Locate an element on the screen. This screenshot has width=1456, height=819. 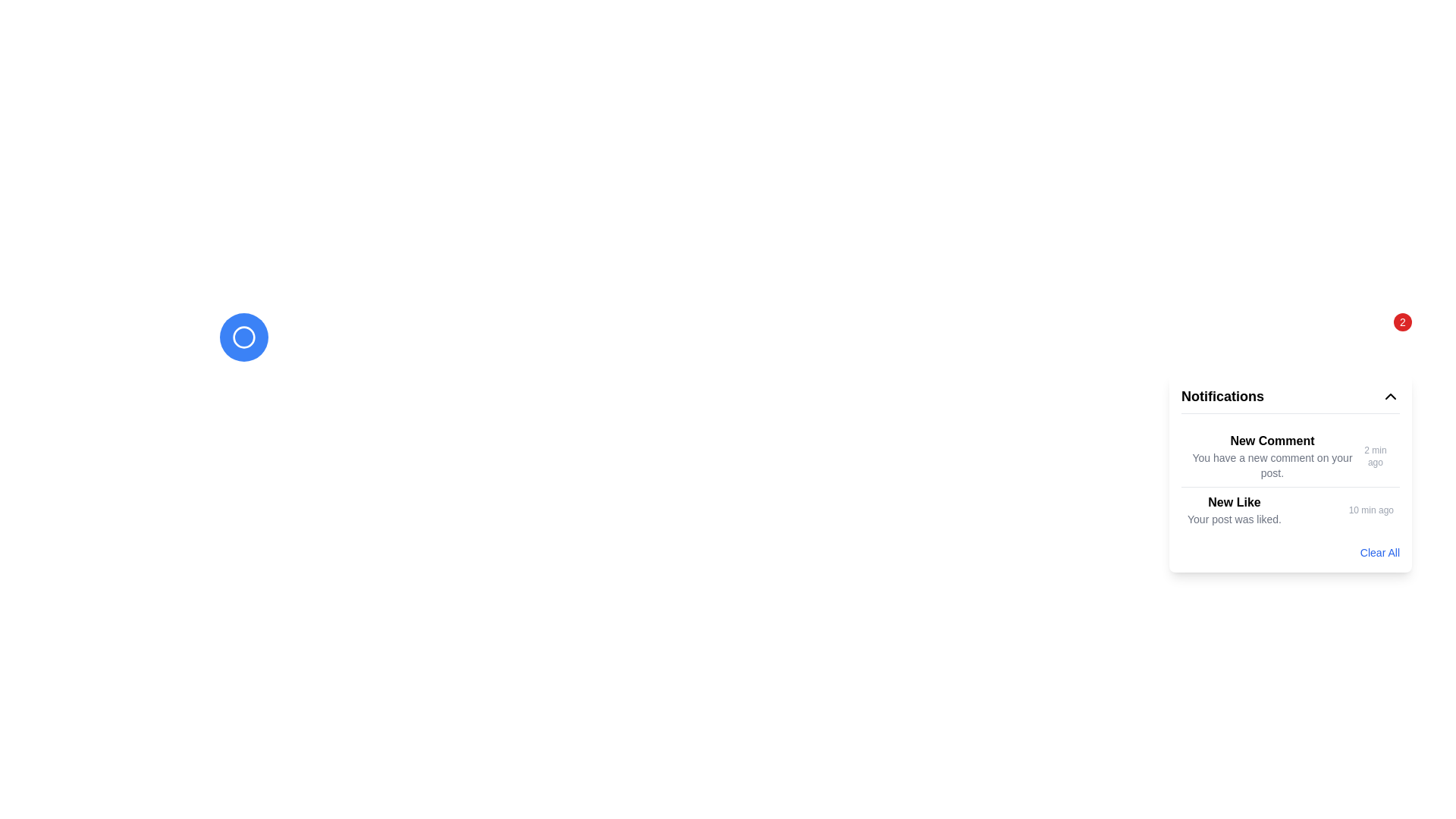
the centered blue button with a circular white inner border displaying the number '2' in white is located at coordinates (243, 336).